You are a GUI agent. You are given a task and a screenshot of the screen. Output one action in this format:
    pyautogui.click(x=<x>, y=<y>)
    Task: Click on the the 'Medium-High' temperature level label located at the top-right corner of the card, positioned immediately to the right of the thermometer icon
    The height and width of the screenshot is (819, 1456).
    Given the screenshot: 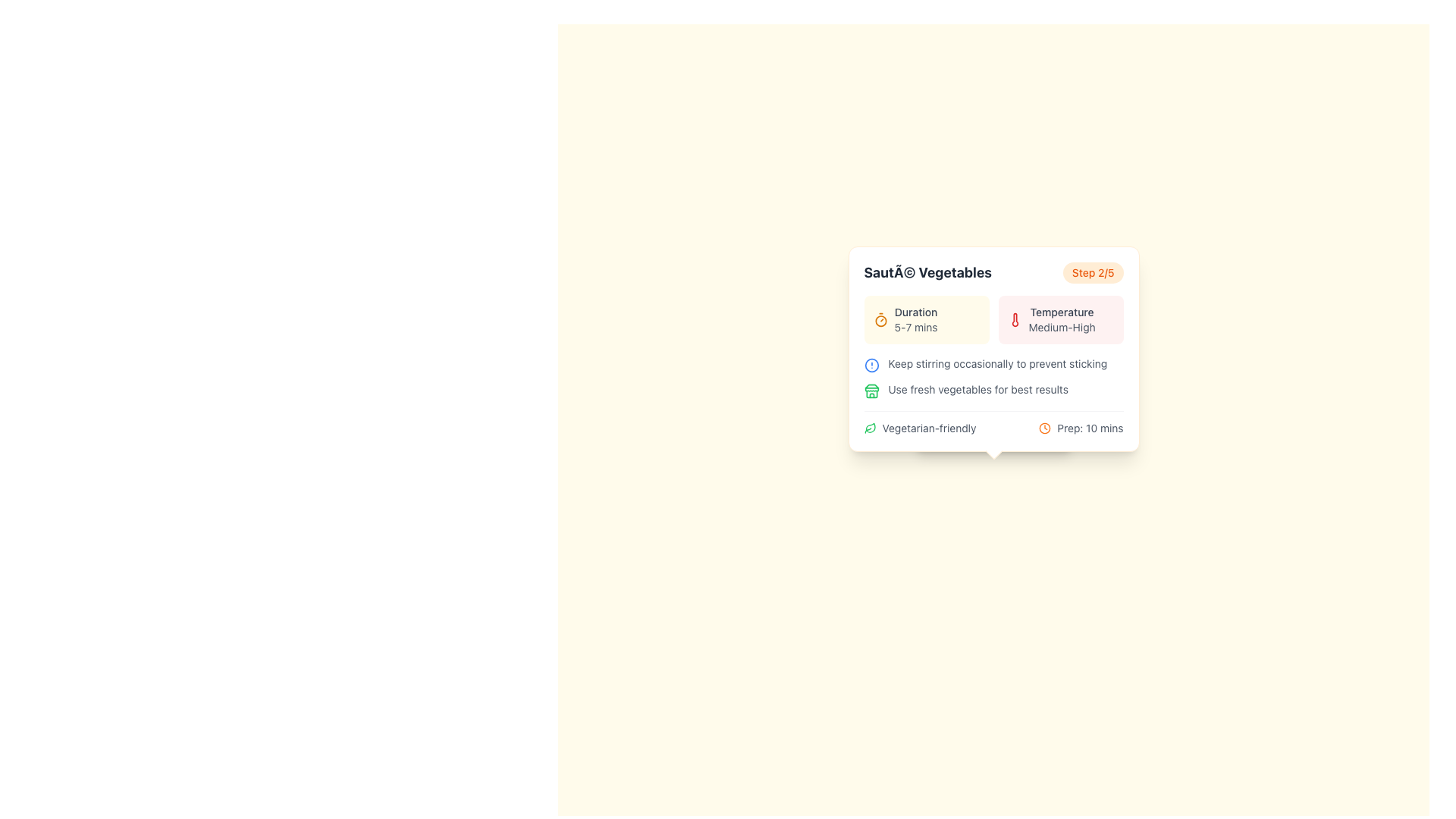 What is the action you would take?
    pyautogui.click(x=1061, y=318)
    